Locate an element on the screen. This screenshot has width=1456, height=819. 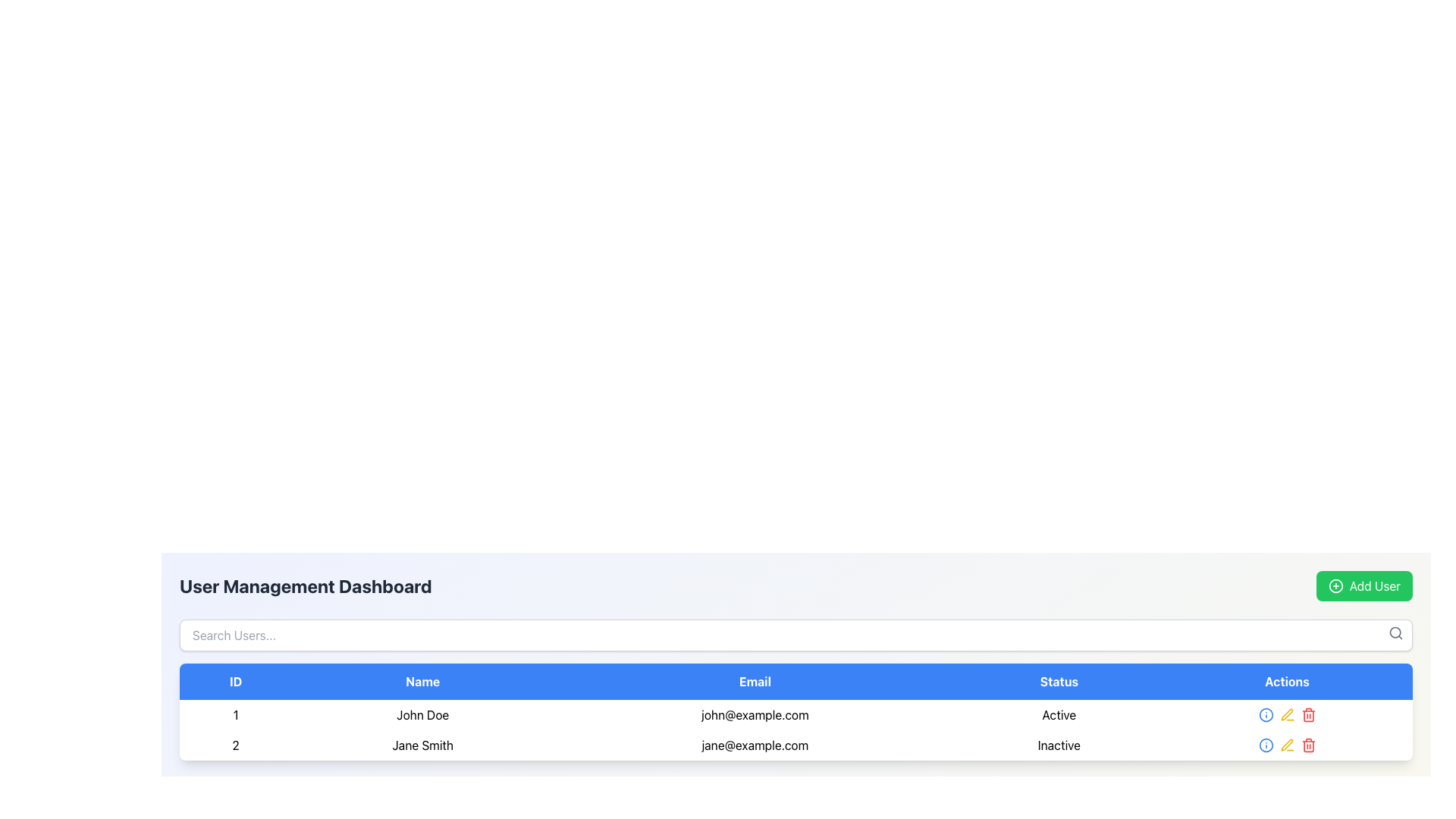
the yellow edit icon in the second row of the 'Actions' column of the data table to modify data is located at coordinates (1286, 745).